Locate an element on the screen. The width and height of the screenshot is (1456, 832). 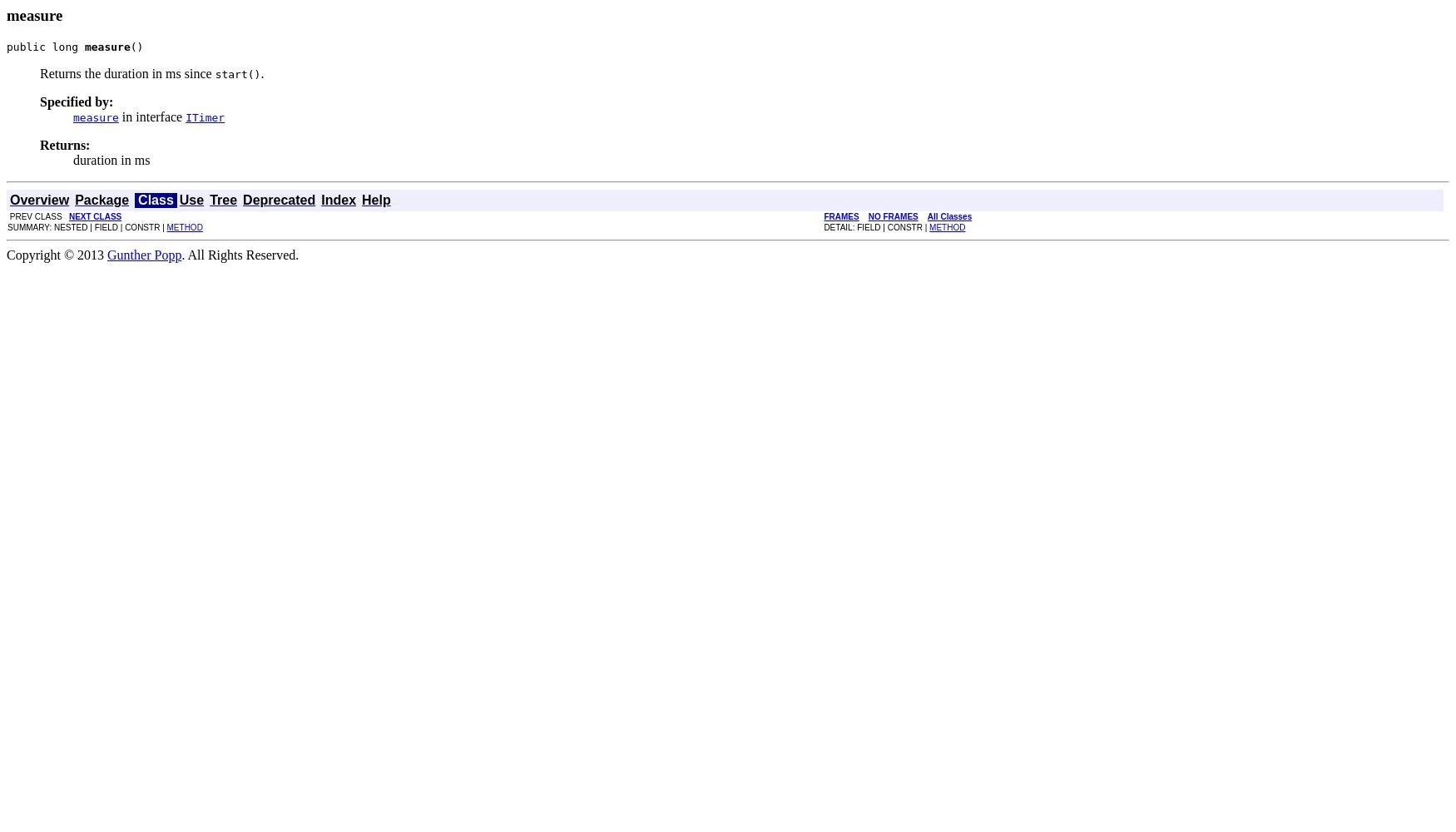
'Index' is located at coordinates (338, 198).